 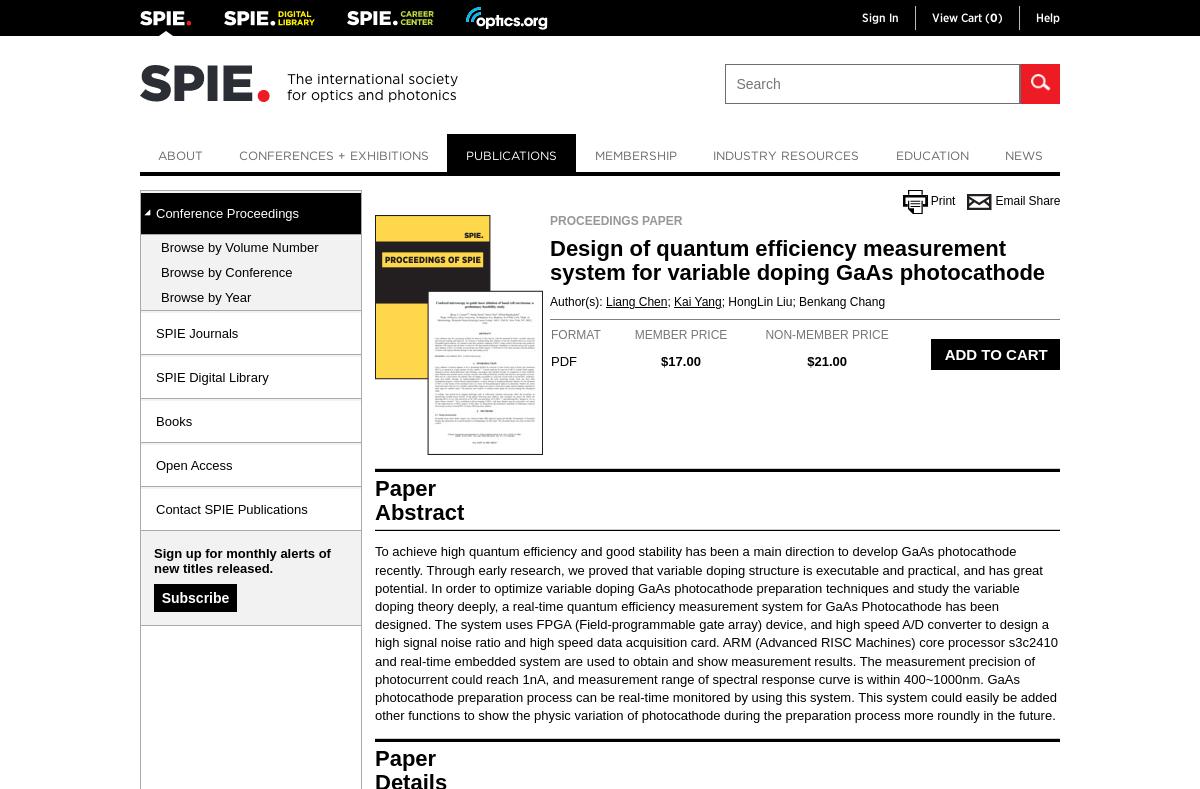 I want to click on 'Non-Member Price', so click(x=825, y=334).